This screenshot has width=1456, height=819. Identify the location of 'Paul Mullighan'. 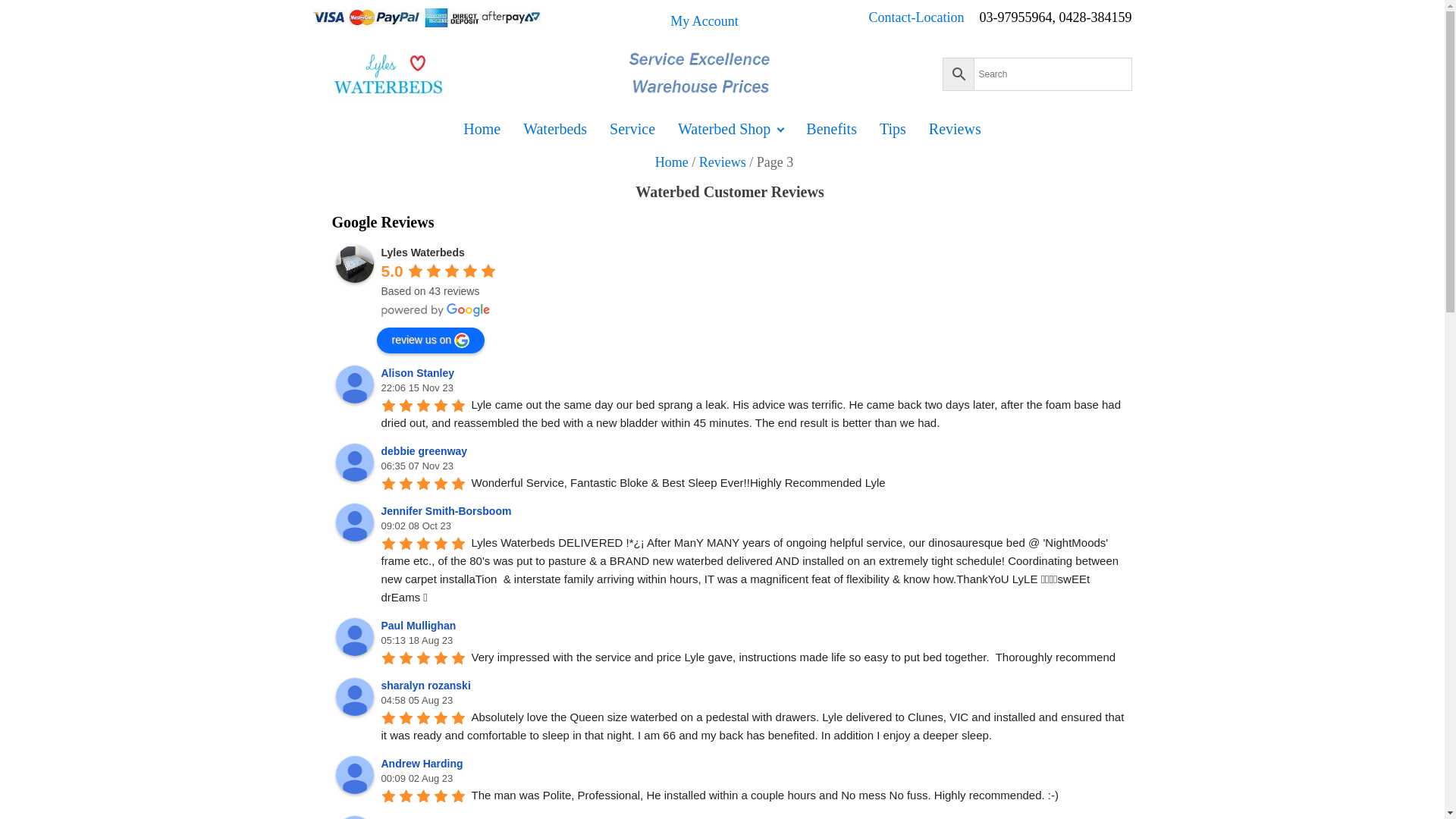
(381, 626).